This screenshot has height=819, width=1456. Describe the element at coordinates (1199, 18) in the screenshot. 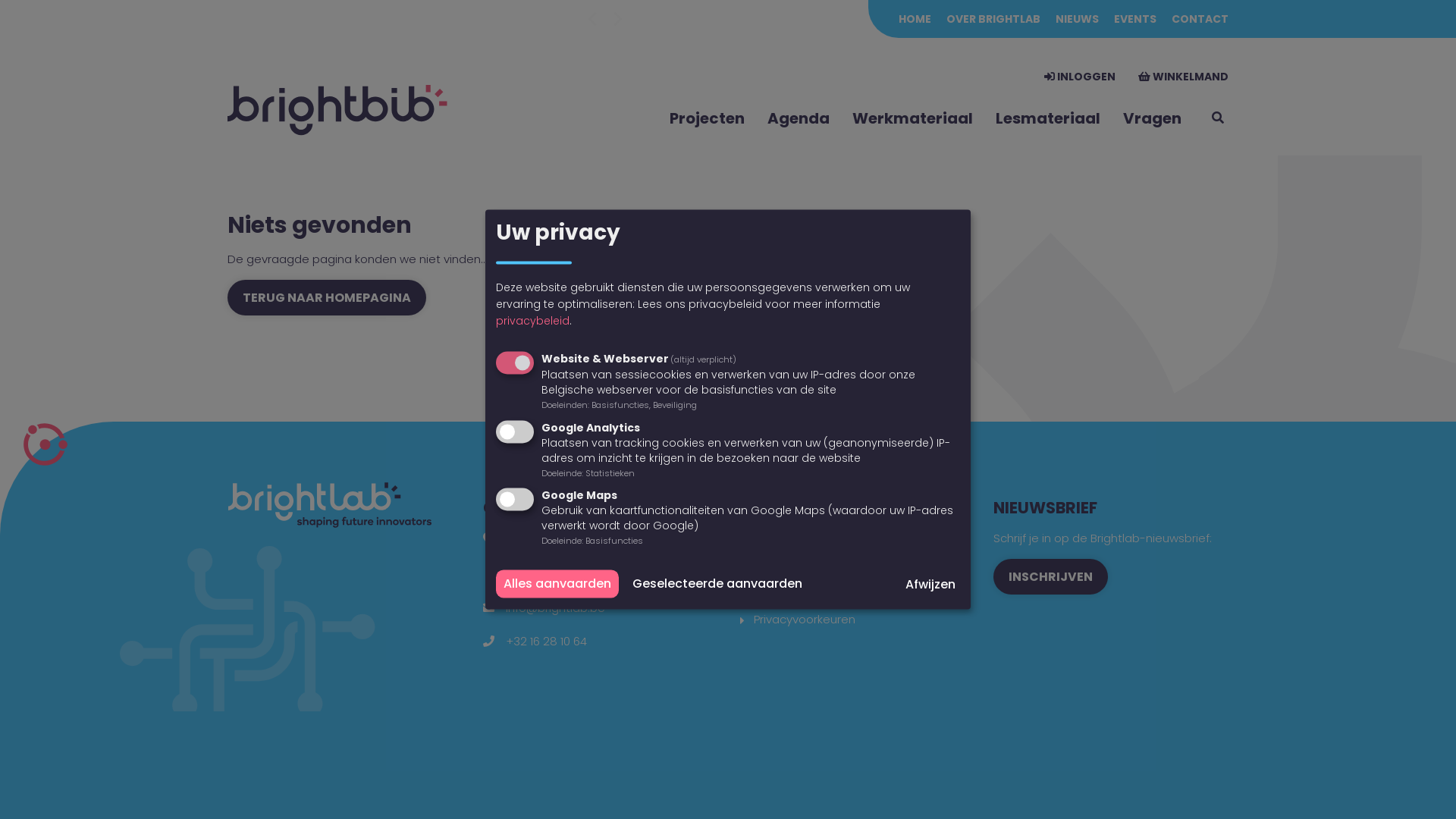

I see `'CONTACT'` at that location.